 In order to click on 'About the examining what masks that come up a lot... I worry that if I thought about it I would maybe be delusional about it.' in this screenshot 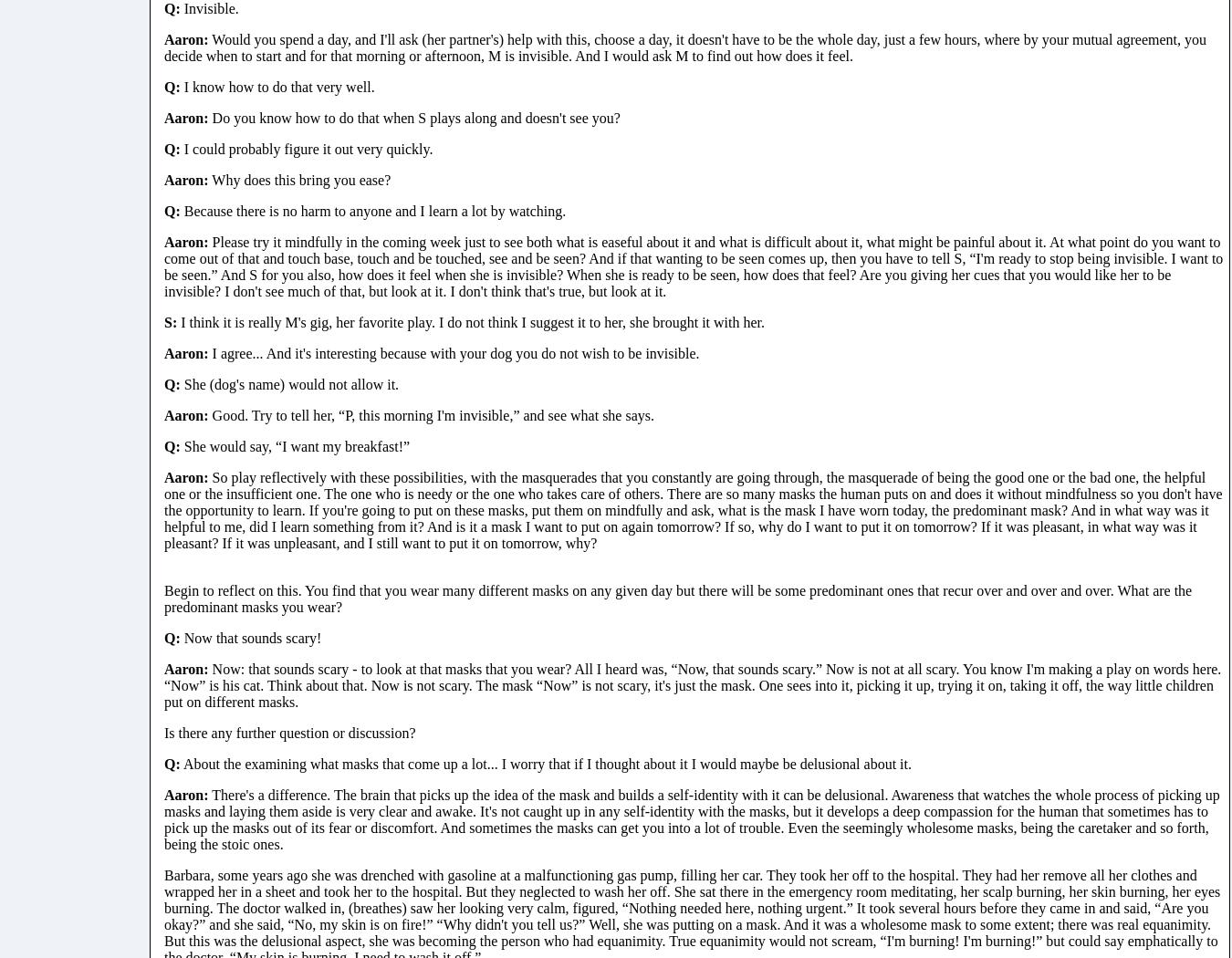, I will do `click(545, 763)`.